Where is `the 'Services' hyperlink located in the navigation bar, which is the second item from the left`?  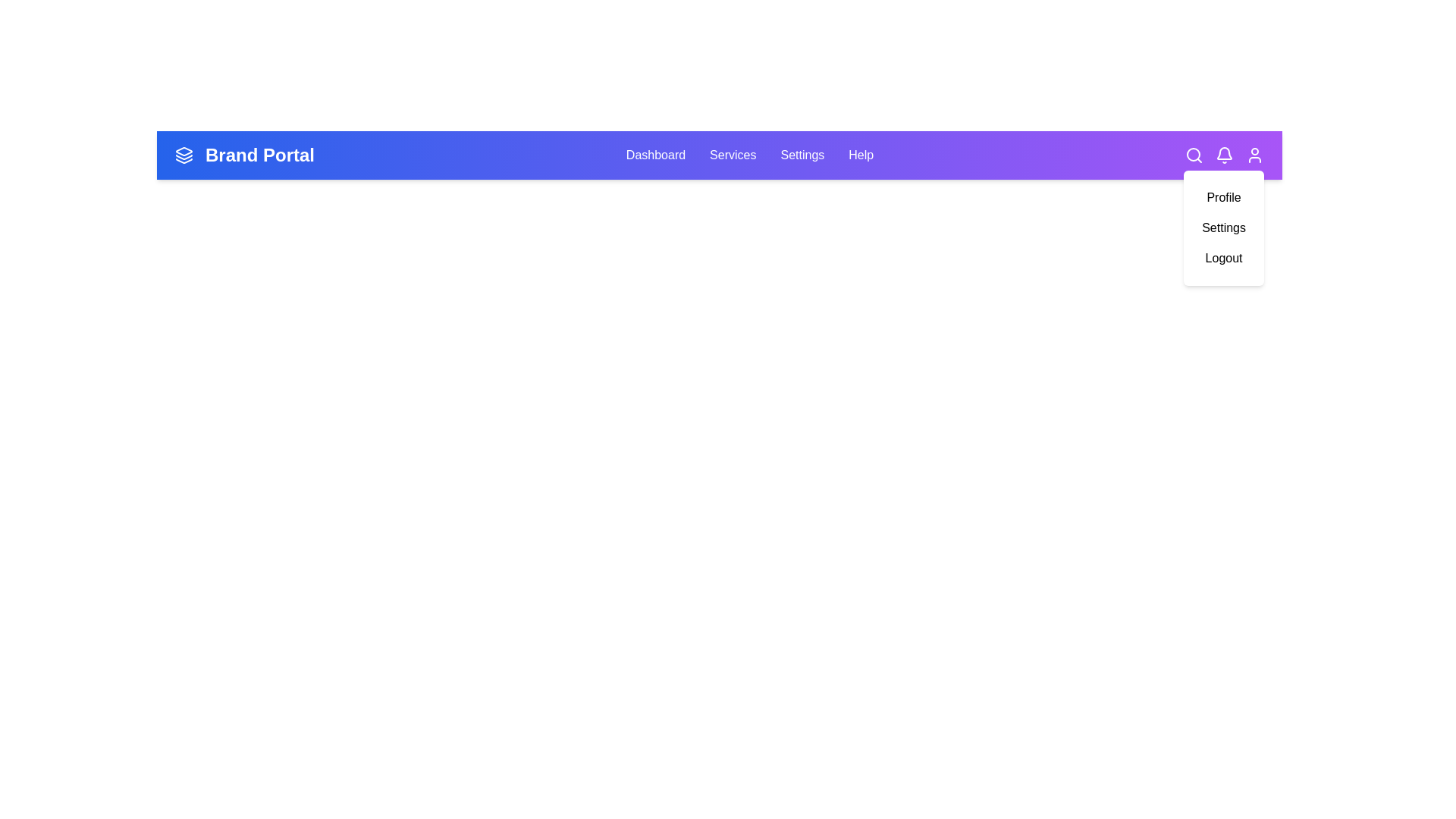 the 'Services' hyperlink located in the navigation bar, which is the second item from the left is located at coordinates (733, 155).